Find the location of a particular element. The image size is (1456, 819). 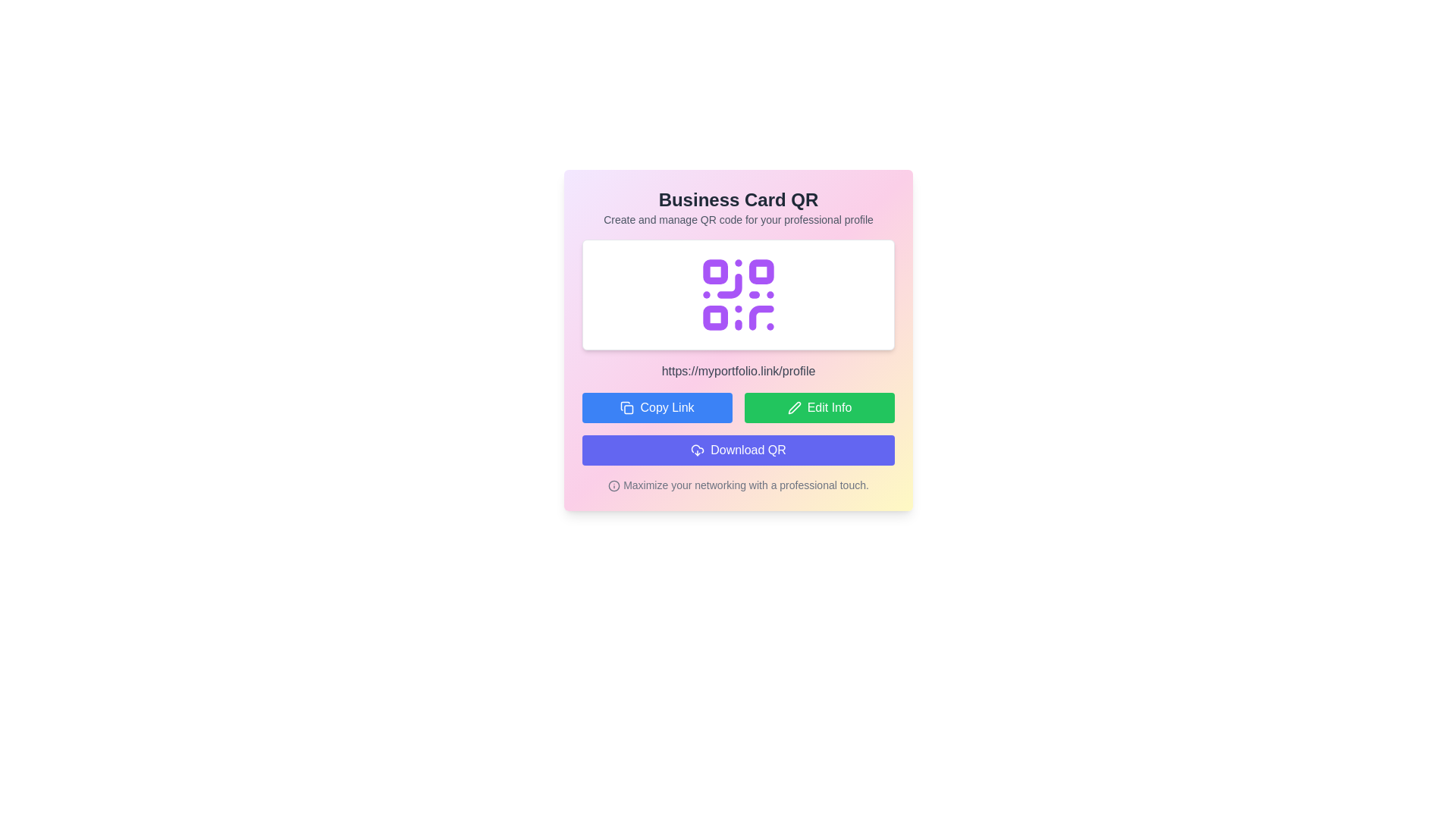

the small purple square element with rounded corners located at the bottom-left corner of the QR code structure on the business card interface is located at coordinates (714, 317).